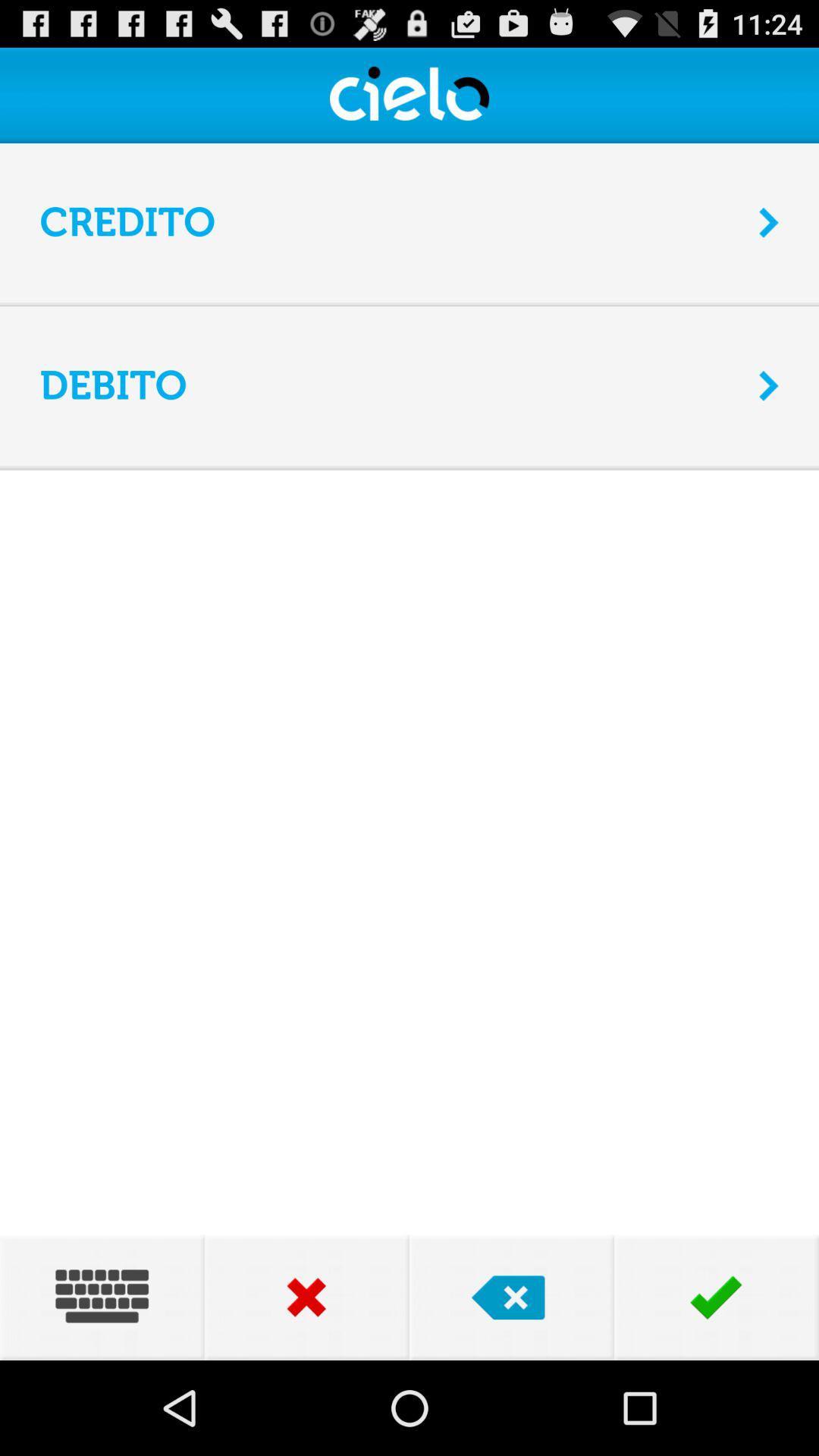 This screenshot has height=1456, width=819. I want to click on credito item, so click(388, 221).